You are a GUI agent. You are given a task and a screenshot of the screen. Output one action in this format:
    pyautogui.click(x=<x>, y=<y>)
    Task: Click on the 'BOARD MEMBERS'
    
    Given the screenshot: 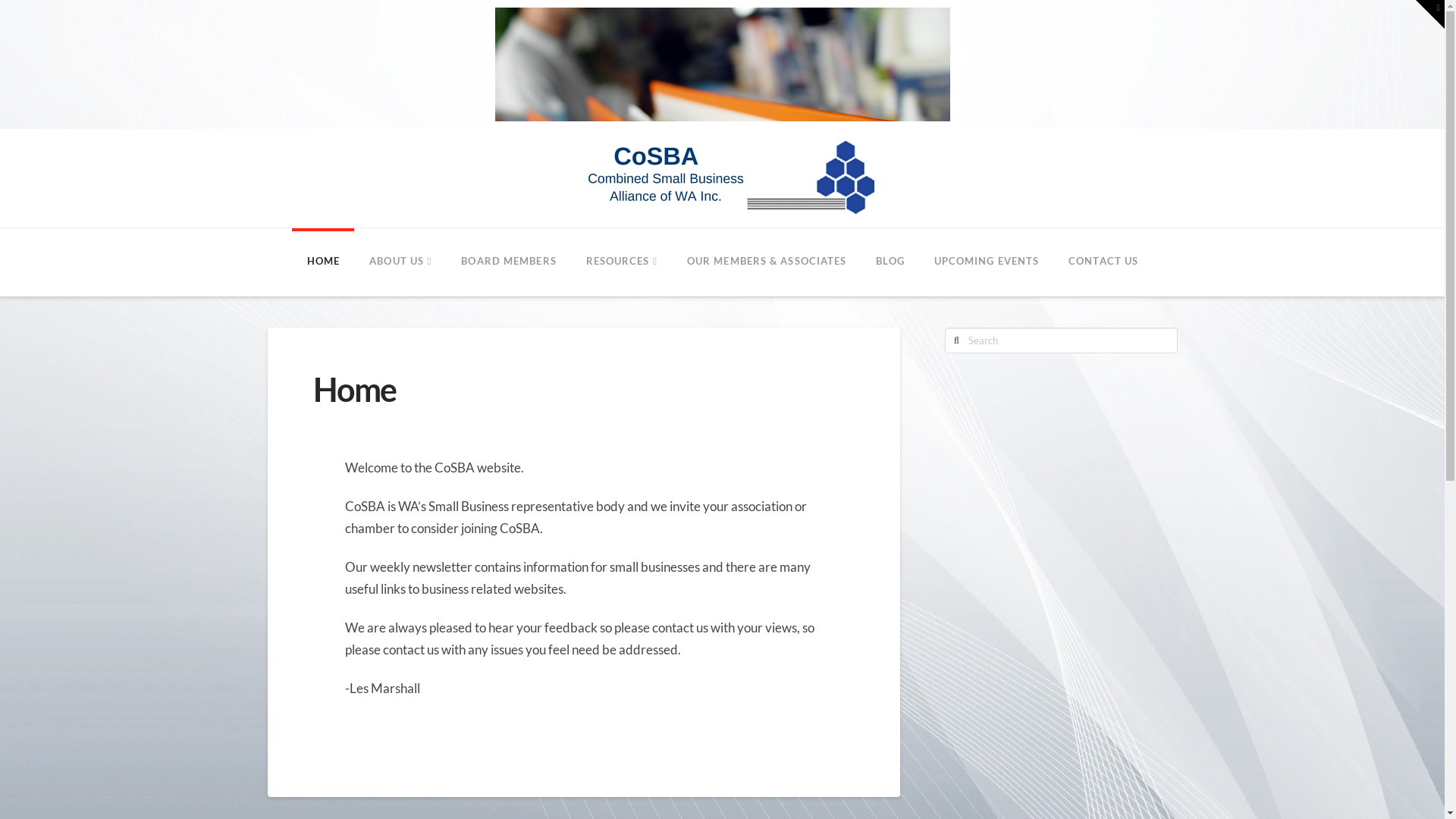 What is the action you would take?
    pyautogui.click(x=508, y=262)
    